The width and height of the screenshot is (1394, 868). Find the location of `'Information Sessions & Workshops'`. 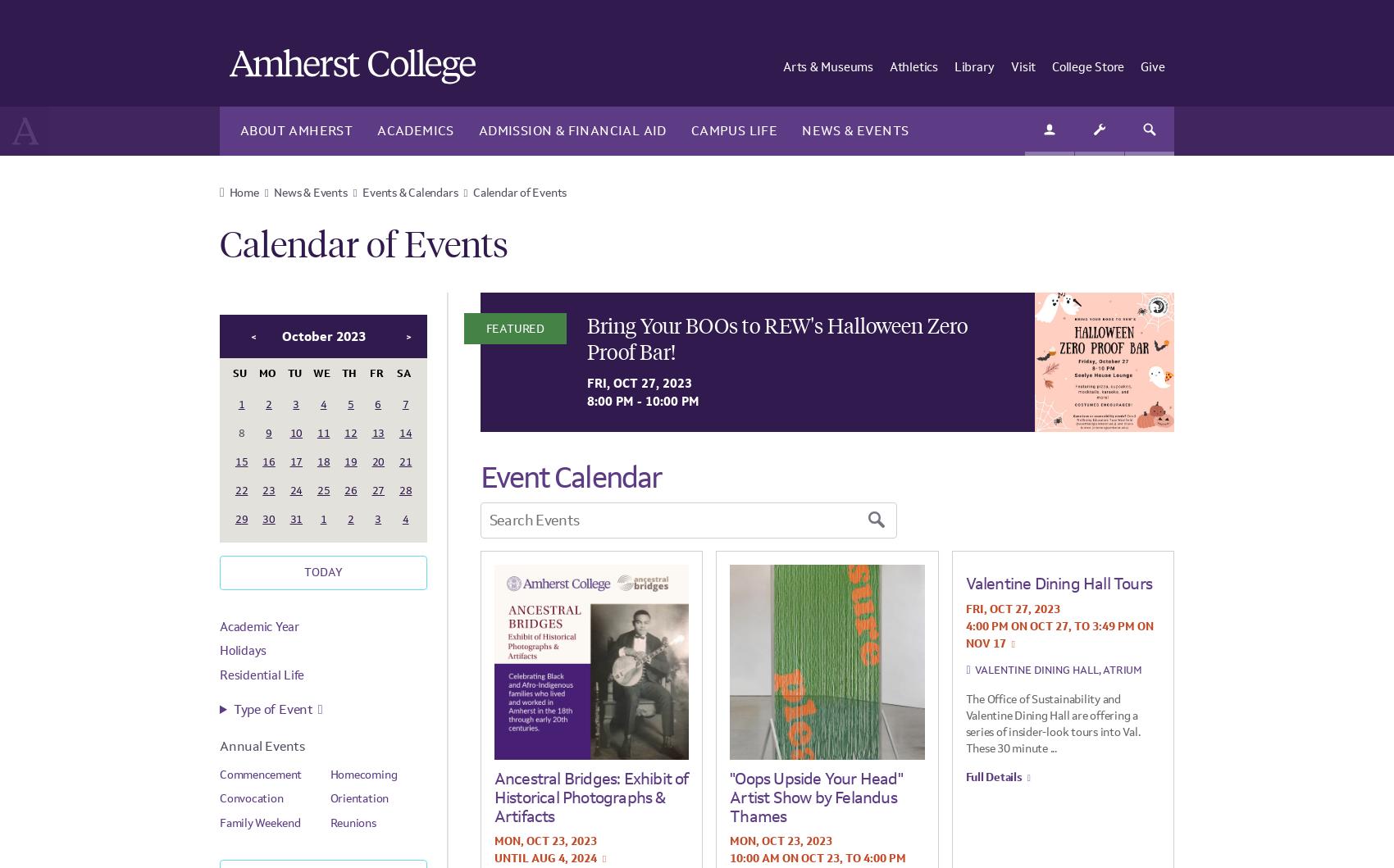

'Information Sessions & Workshops' is located at coordinates (322, 775).